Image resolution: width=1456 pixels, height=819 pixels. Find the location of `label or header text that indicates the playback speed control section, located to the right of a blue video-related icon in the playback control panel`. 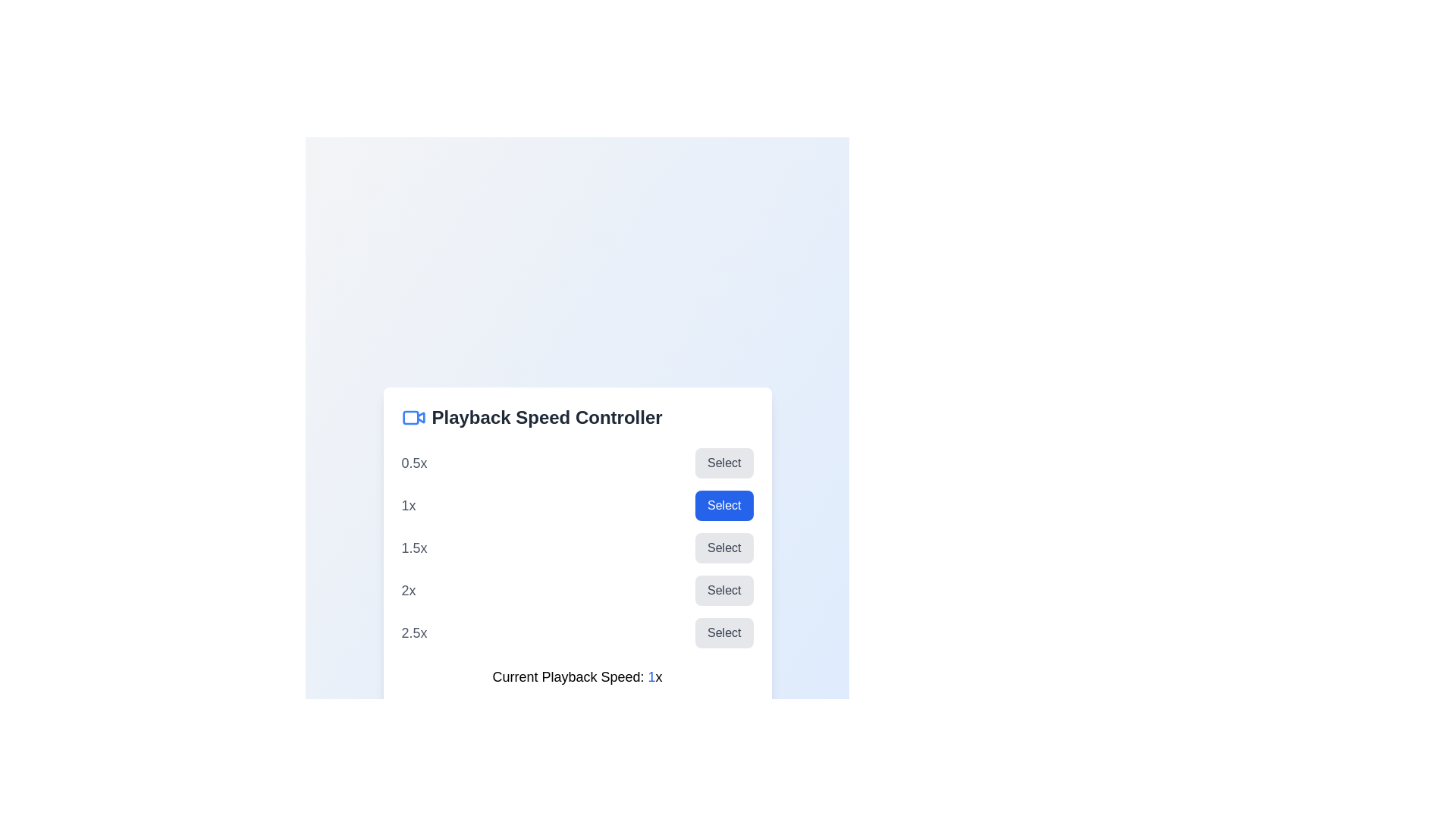

label or header text that indicates the playback speed control section, located to the right of a blue video-related icon in the playback control panel is located at coordinates (546, 418).